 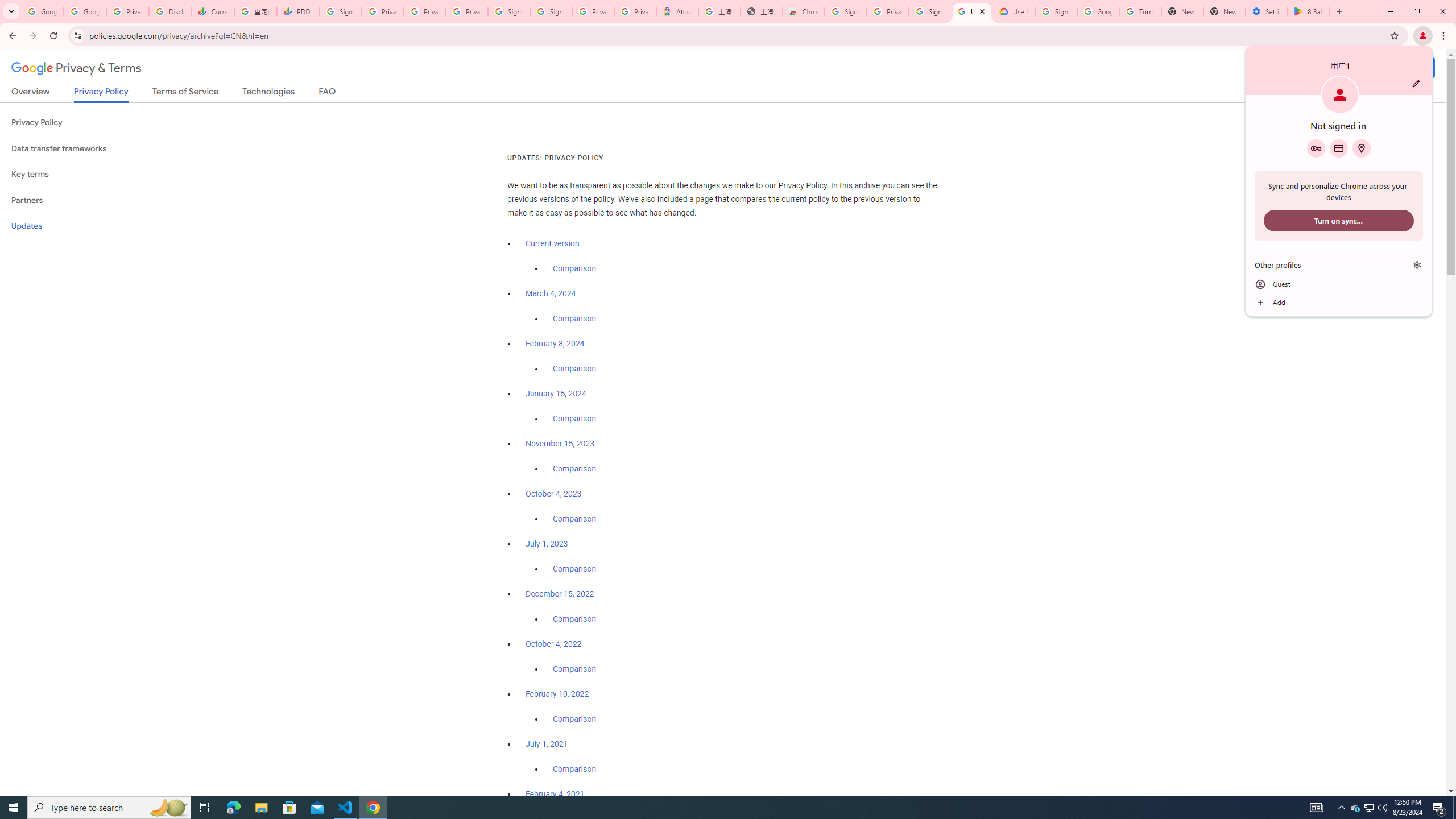 What do you see at coordinates (510, 11) in the screenshot?
I see `'Sign in - Google Accounts'` at bounding box center [510, 11].